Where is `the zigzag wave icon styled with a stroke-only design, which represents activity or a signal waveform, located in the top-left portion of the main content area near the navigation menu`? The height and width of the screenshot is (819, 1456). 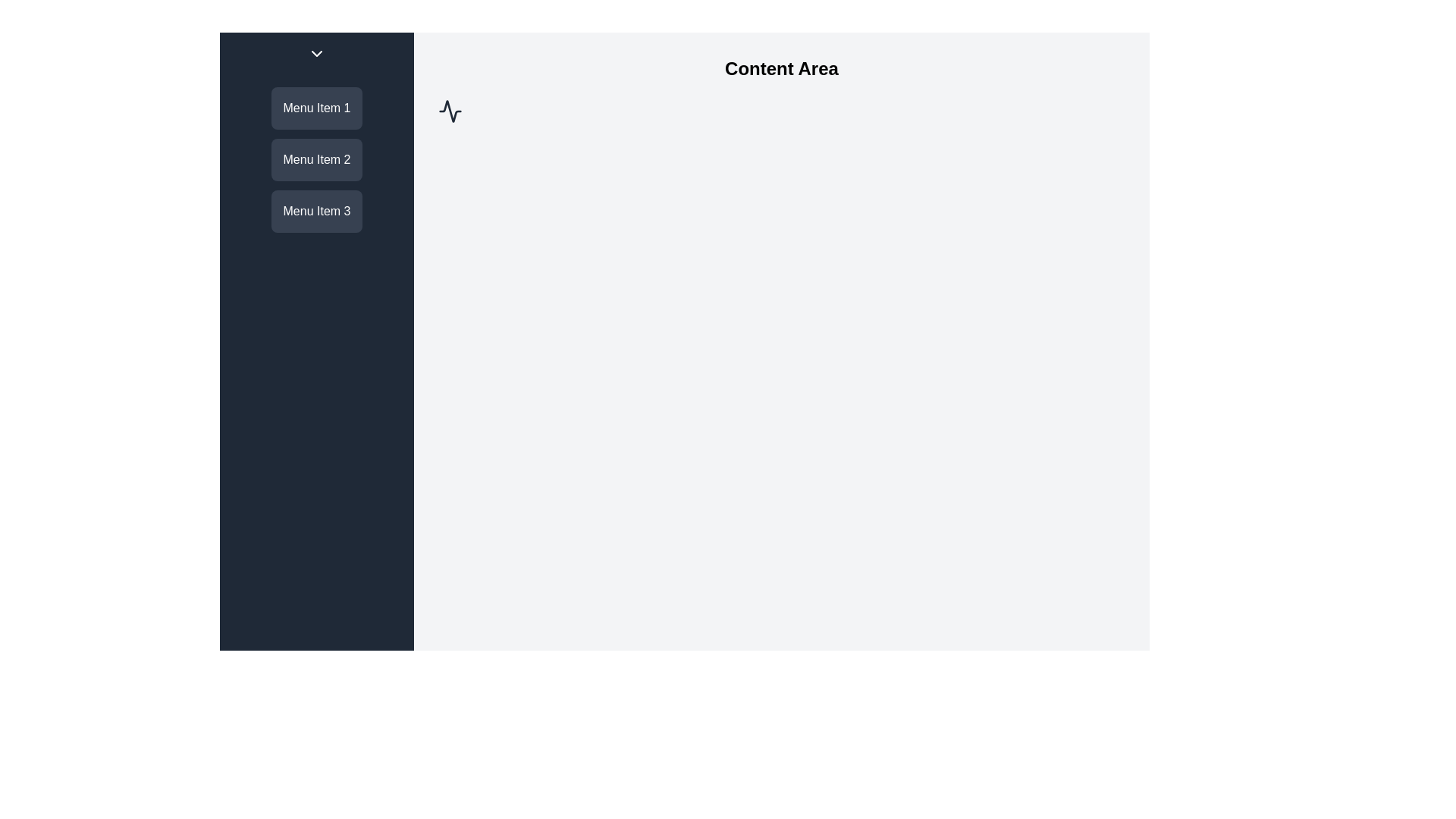
the zigzag wave icon styled with a stroke-only design, which represents activity or a signal waveform, located in the top-left portion of the main content area near the navigation menu is located at coordinates (450, 110).